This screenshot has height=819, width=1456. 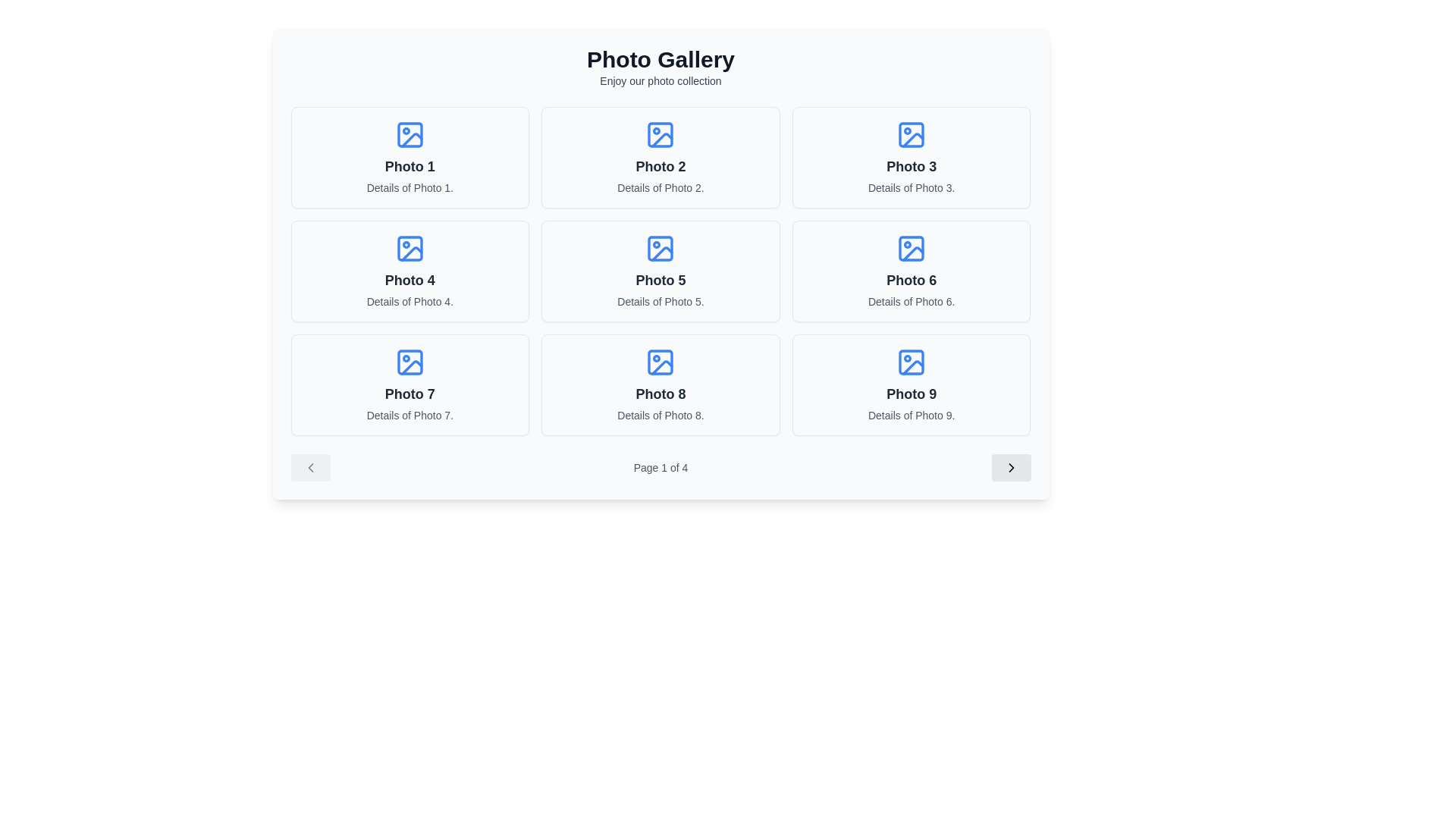 What do you see at coordinates (409, 384) in the screenshot?
I see `the center of the 'Photo 7' card, which is the first item in the third row of a 3x3 grid` at bounding box center [409, 384].